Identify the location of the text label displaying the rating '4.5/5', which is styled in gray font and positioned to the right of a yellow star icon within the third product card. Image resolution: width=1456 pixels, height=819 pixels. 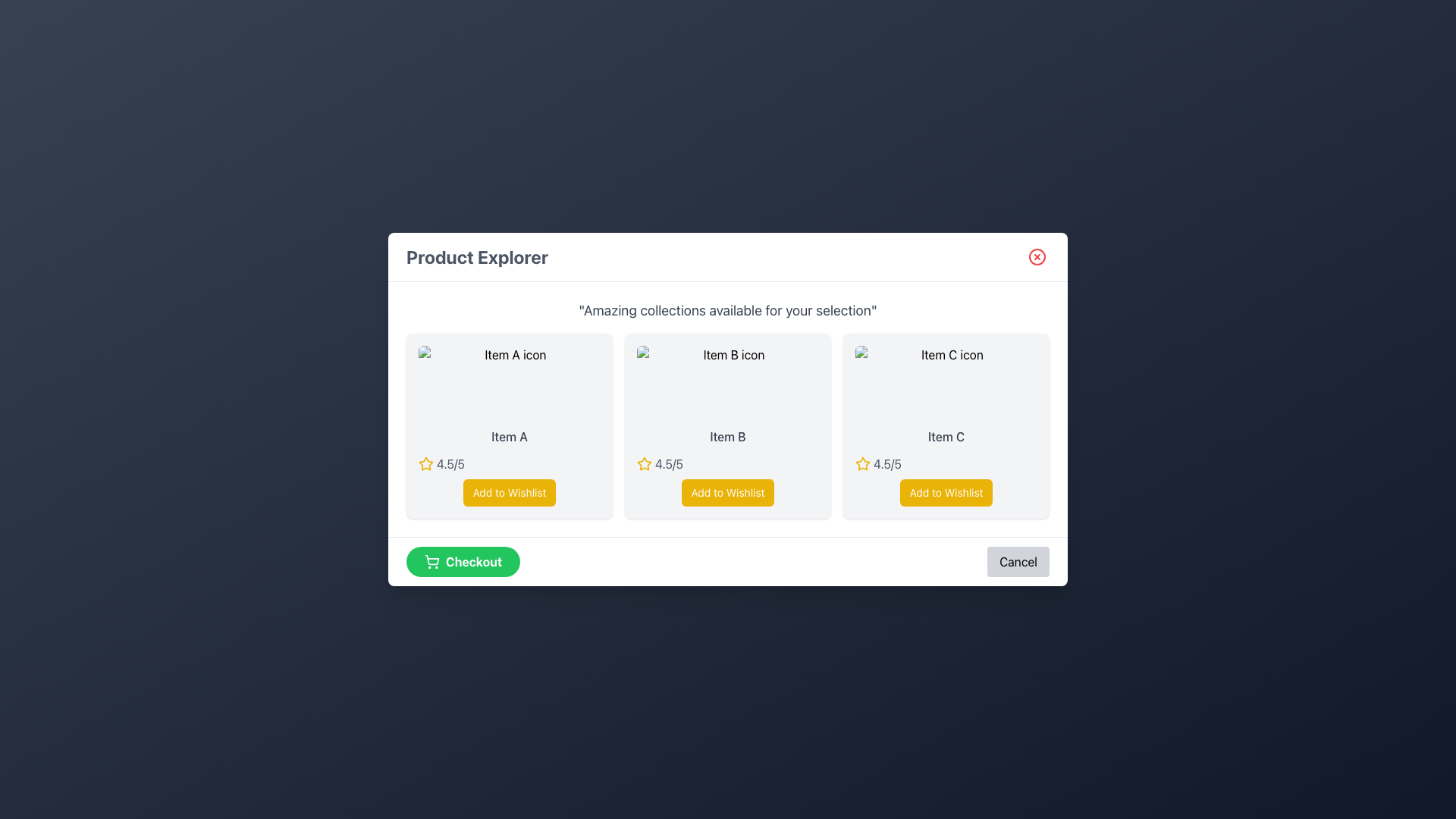
(887, 463).